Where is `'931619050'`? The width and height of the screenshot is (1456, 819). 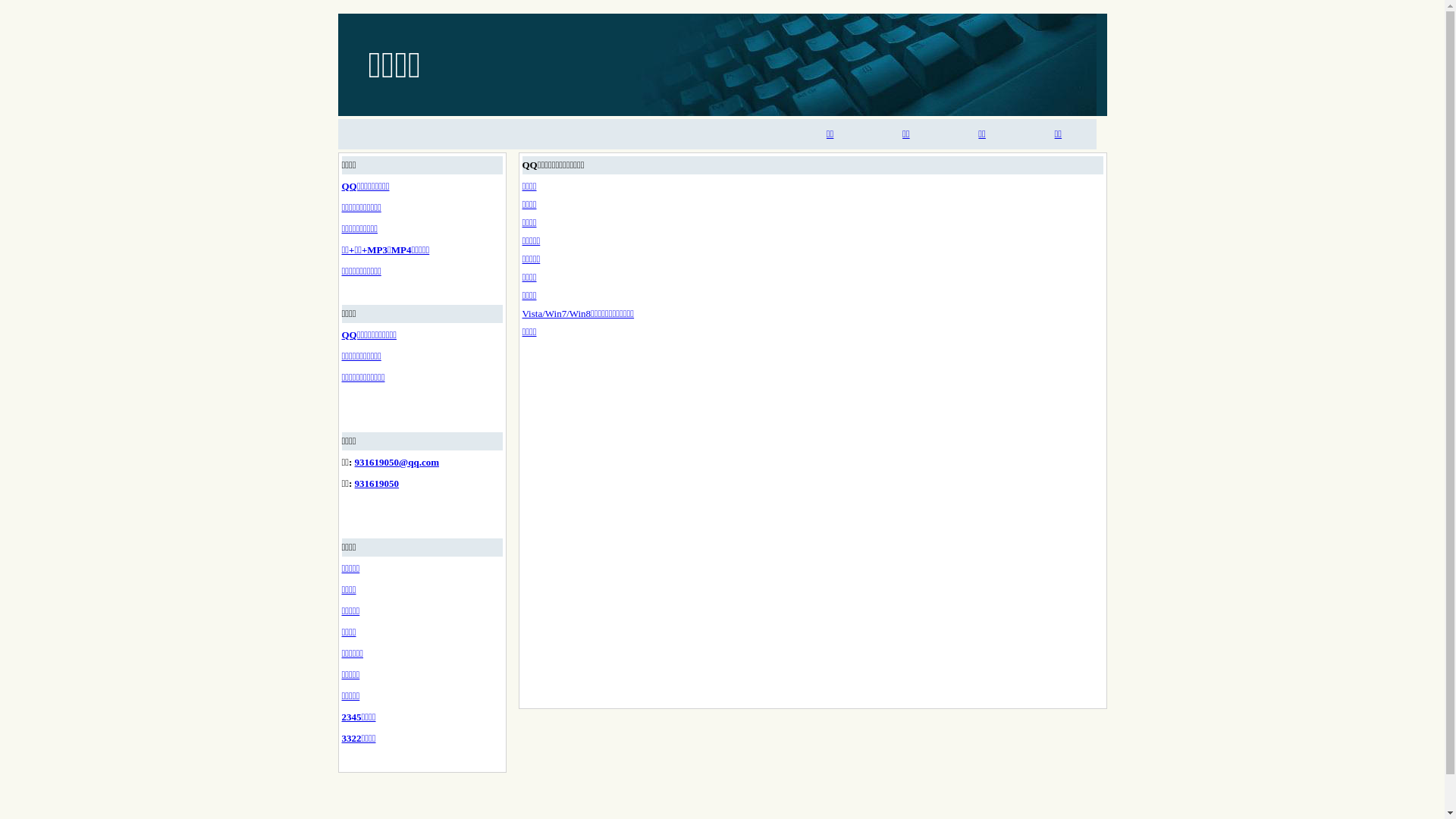
'931619050' is located at coordinates (377, 483).